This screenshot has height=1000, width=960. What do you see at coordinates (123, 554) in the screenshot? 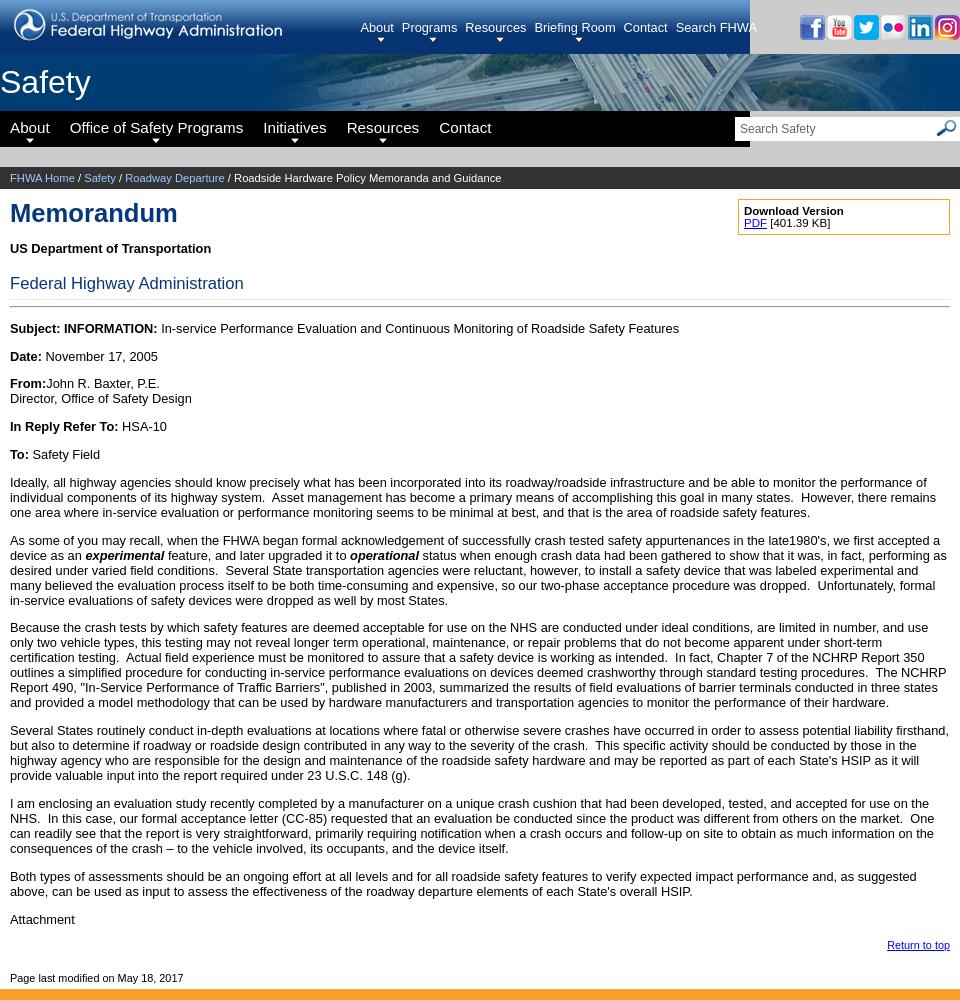
I see `'experimental'` at bounding box center [123, 554].